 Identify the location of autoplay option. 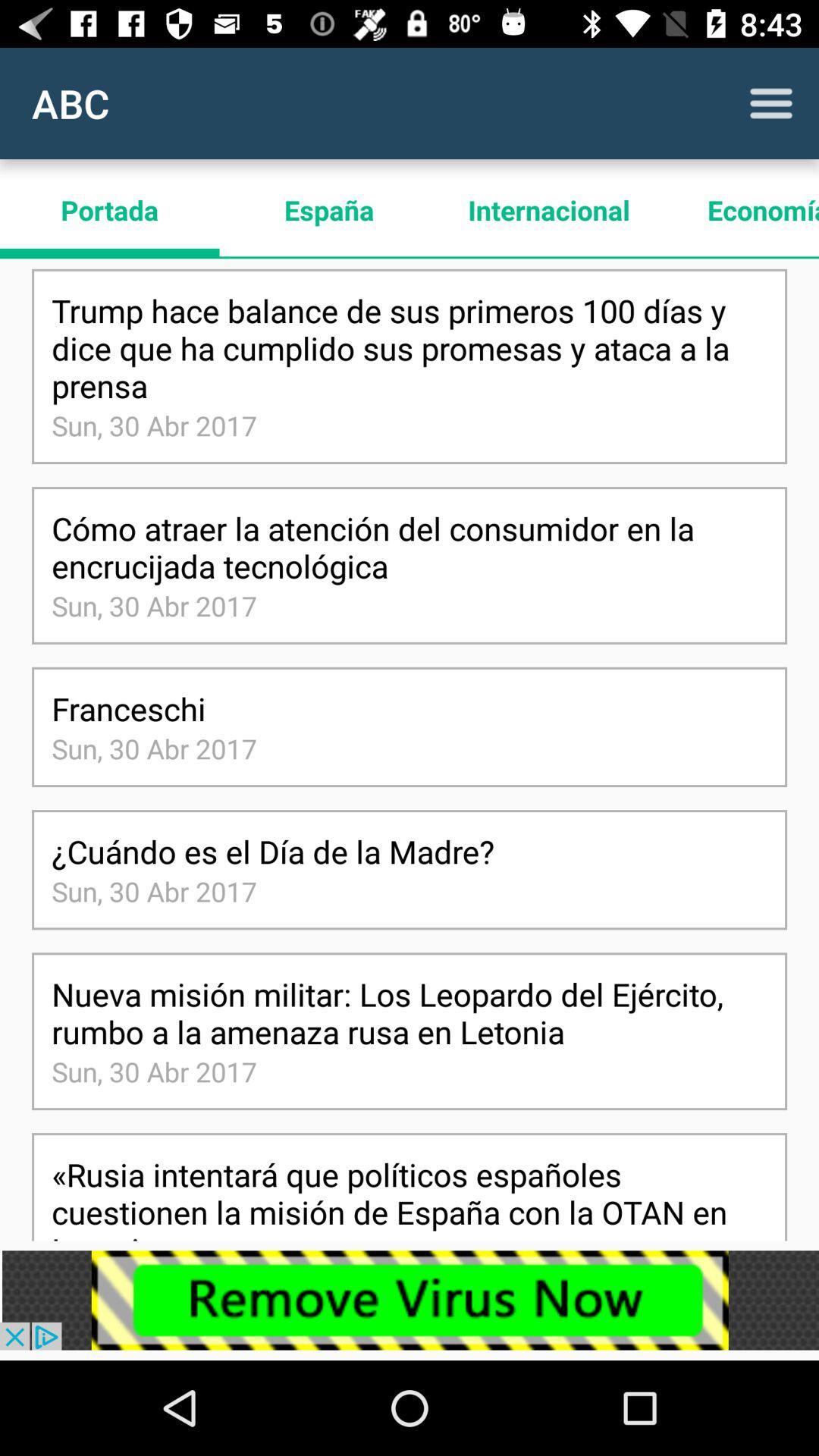
(771, 102).